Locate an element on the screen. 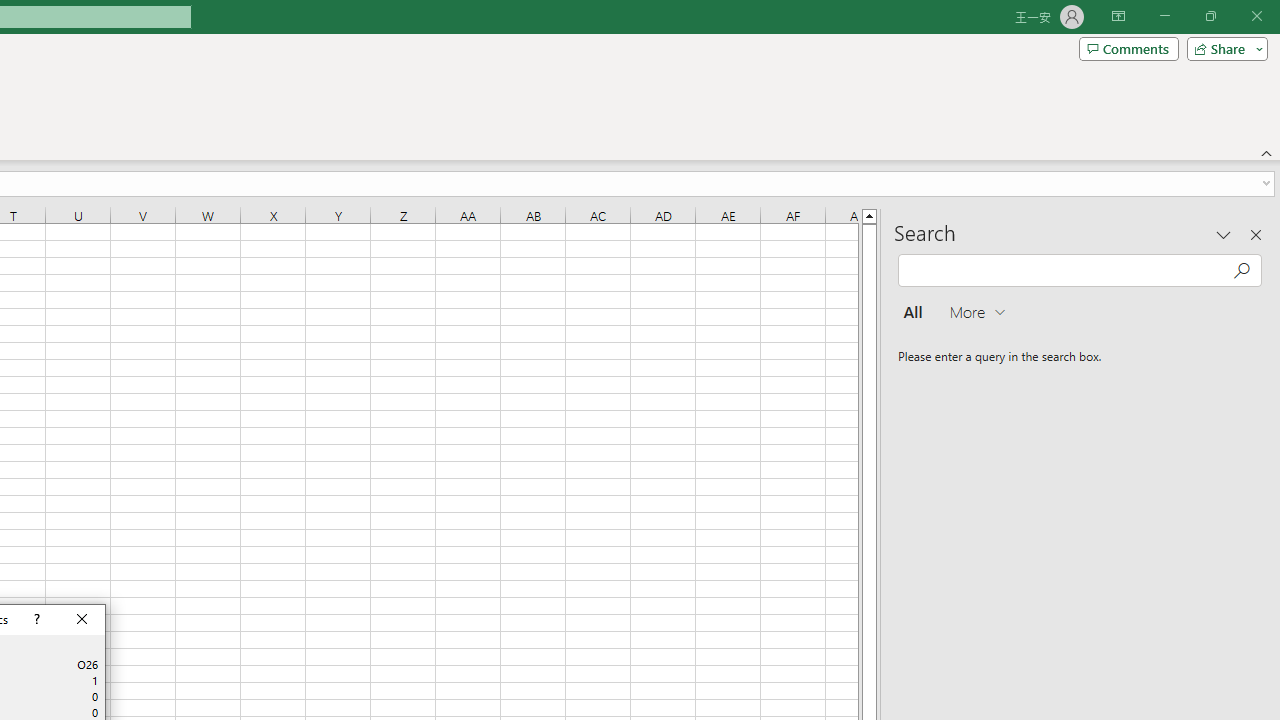 The width and height of the screenshot is (1280, 720). 'Context help' is located at coordinates (35, 618).